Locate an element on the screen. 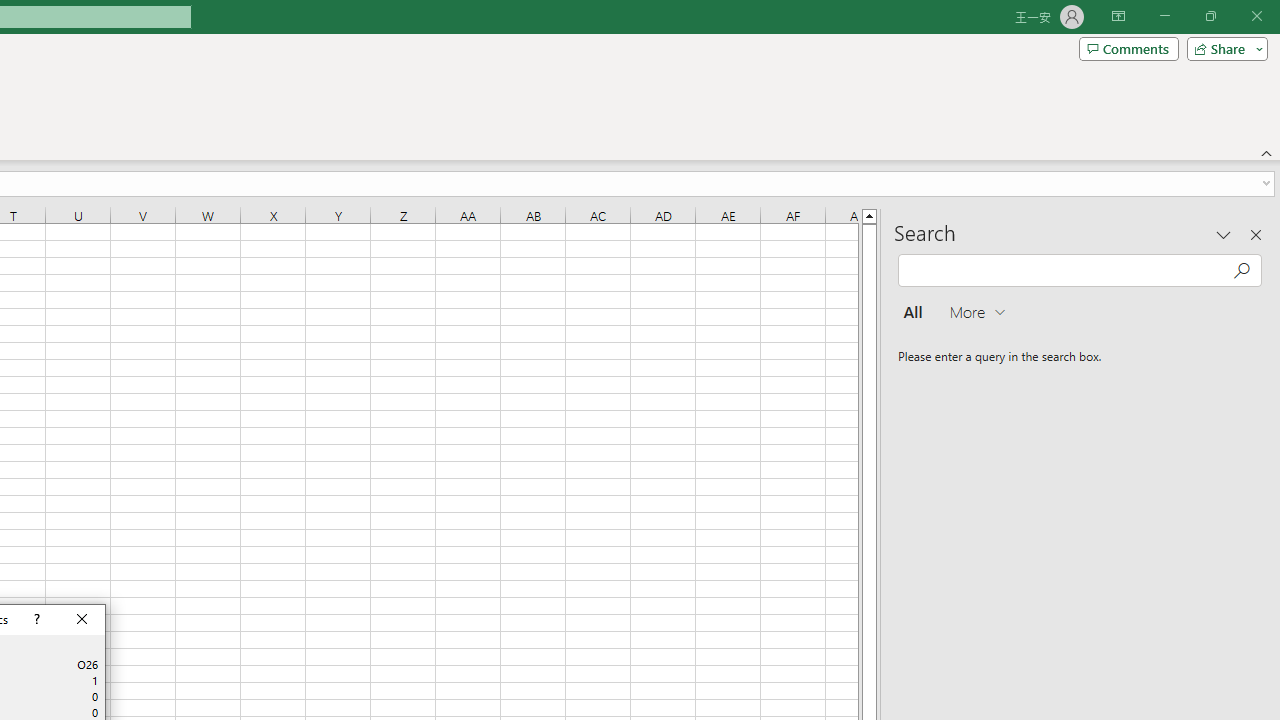 The width and height of the screenshot is (1280, 720). 'Context help' is located at coordinates (35, 618).